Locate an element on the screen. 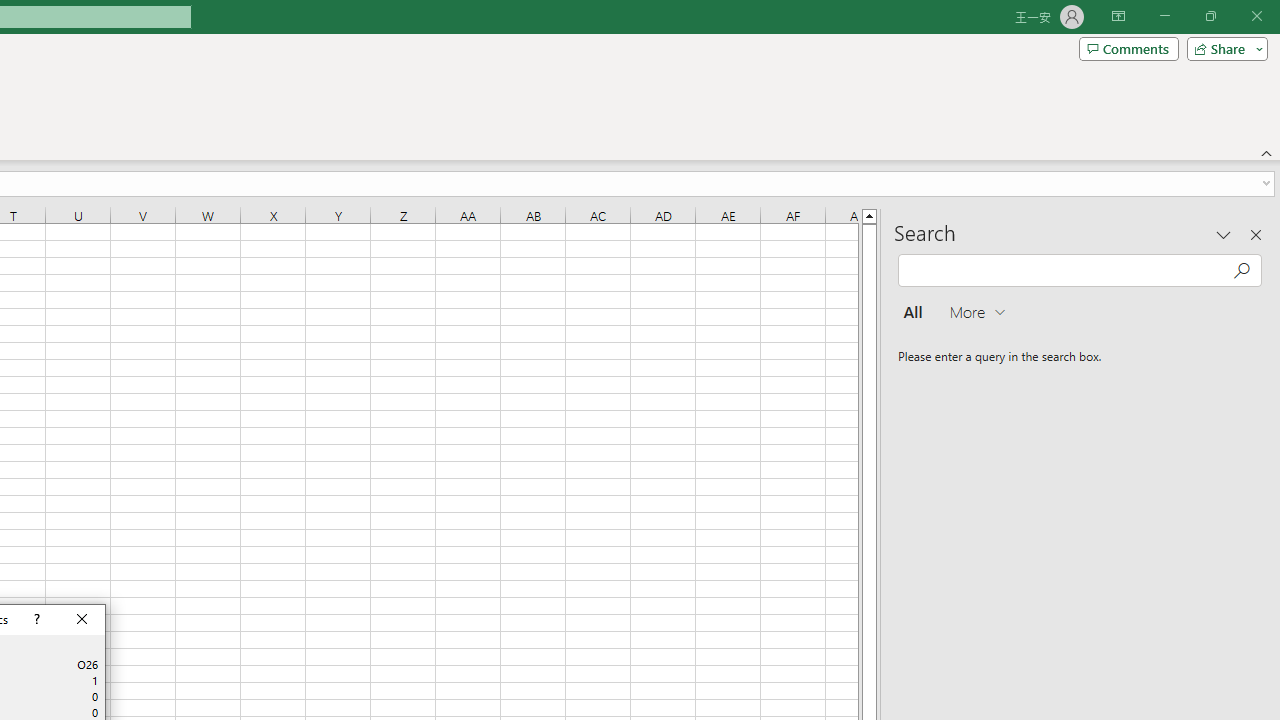 The width and height of the screenshot is (1280, 720). 'Context help' is located at coordinates (35, 618).